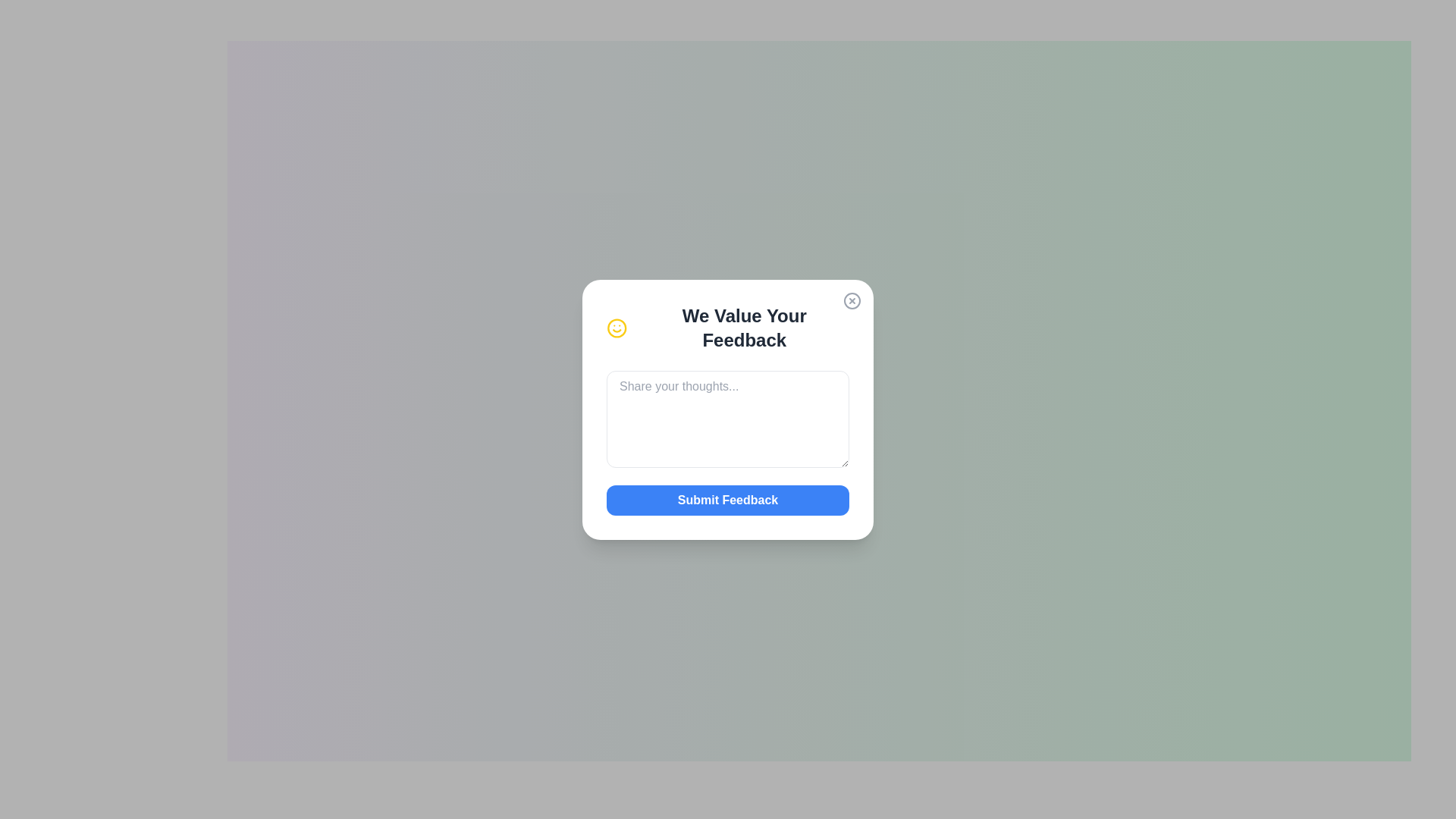 The height and width of the screenshot is (819, 1456). Describe the element at coordinates (852, 300) in the screenshot. I see `the small circular icon with a defined border color located in the top-right corner of the feedback modal` at that location.